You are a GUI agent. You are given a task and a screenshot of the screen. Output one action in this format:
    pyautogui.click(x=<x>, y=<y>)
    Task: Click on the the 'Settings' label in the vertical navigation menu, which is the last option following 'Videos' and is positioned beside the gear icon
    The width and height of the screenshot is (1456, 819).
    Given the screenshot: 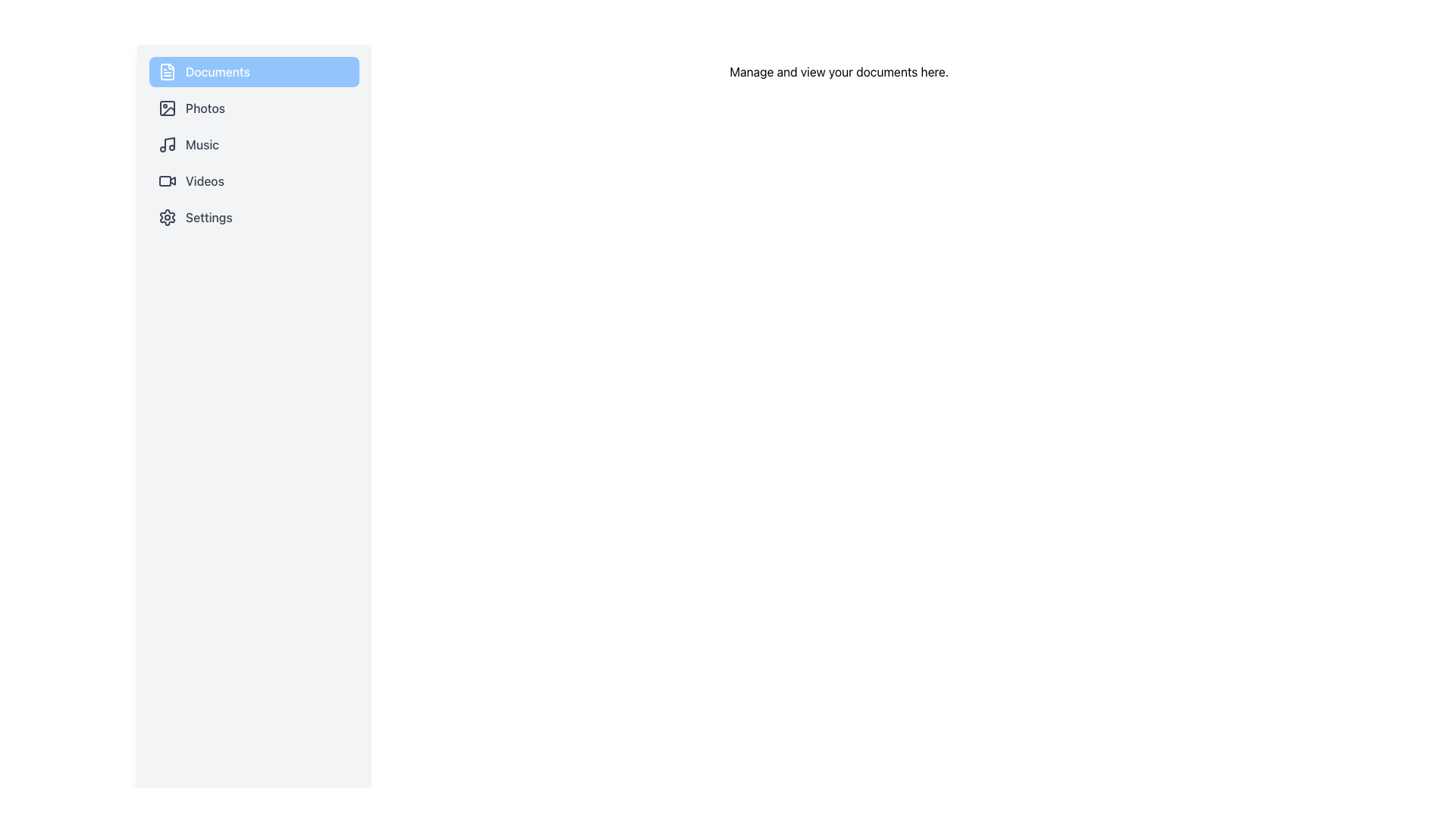 What is the action you would take?
    pyautogui.click(x=208, y=217)
    